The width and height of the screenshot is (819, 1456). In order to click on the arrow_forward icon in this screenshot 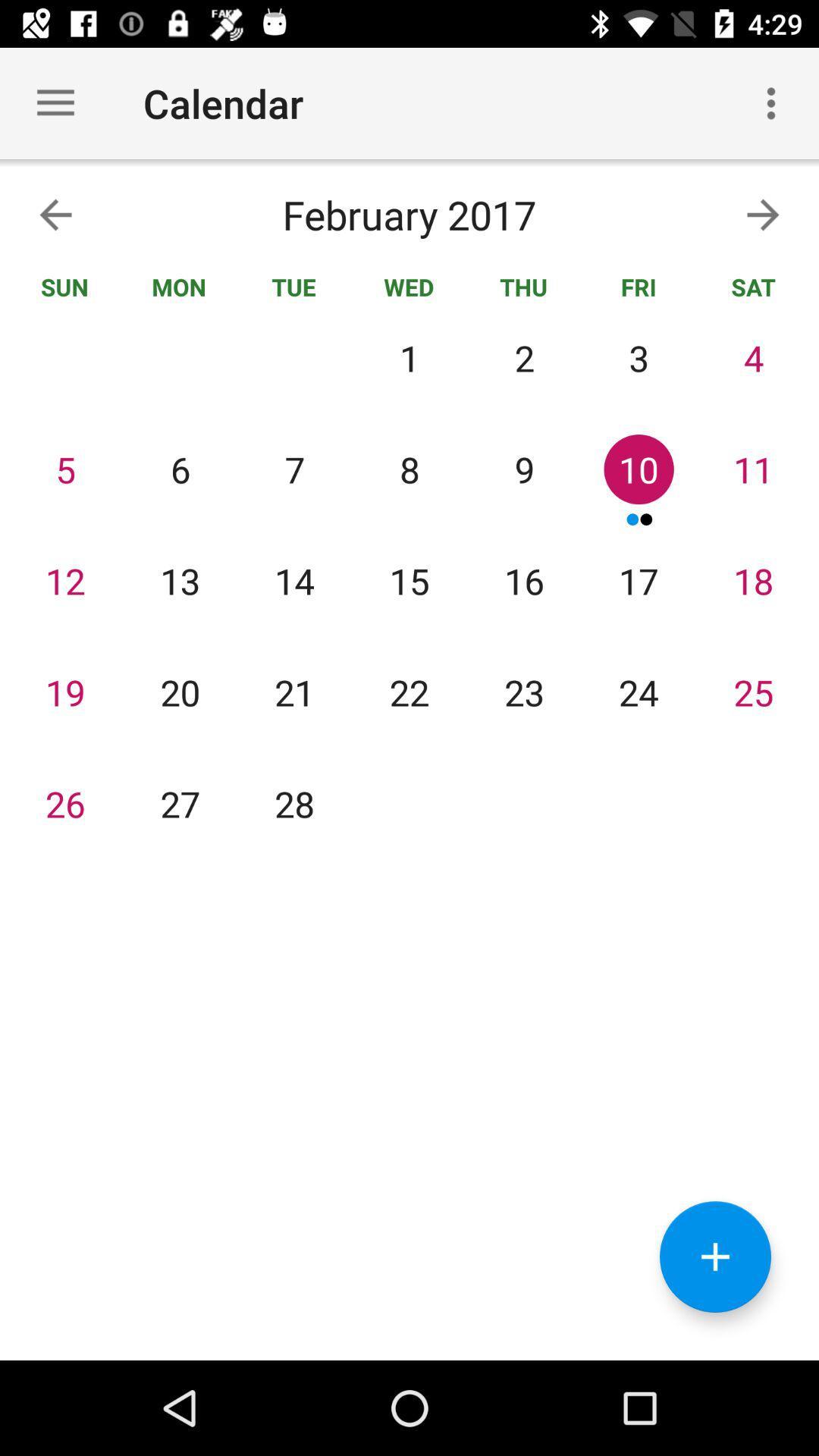, I will do `click(763, 214)`.